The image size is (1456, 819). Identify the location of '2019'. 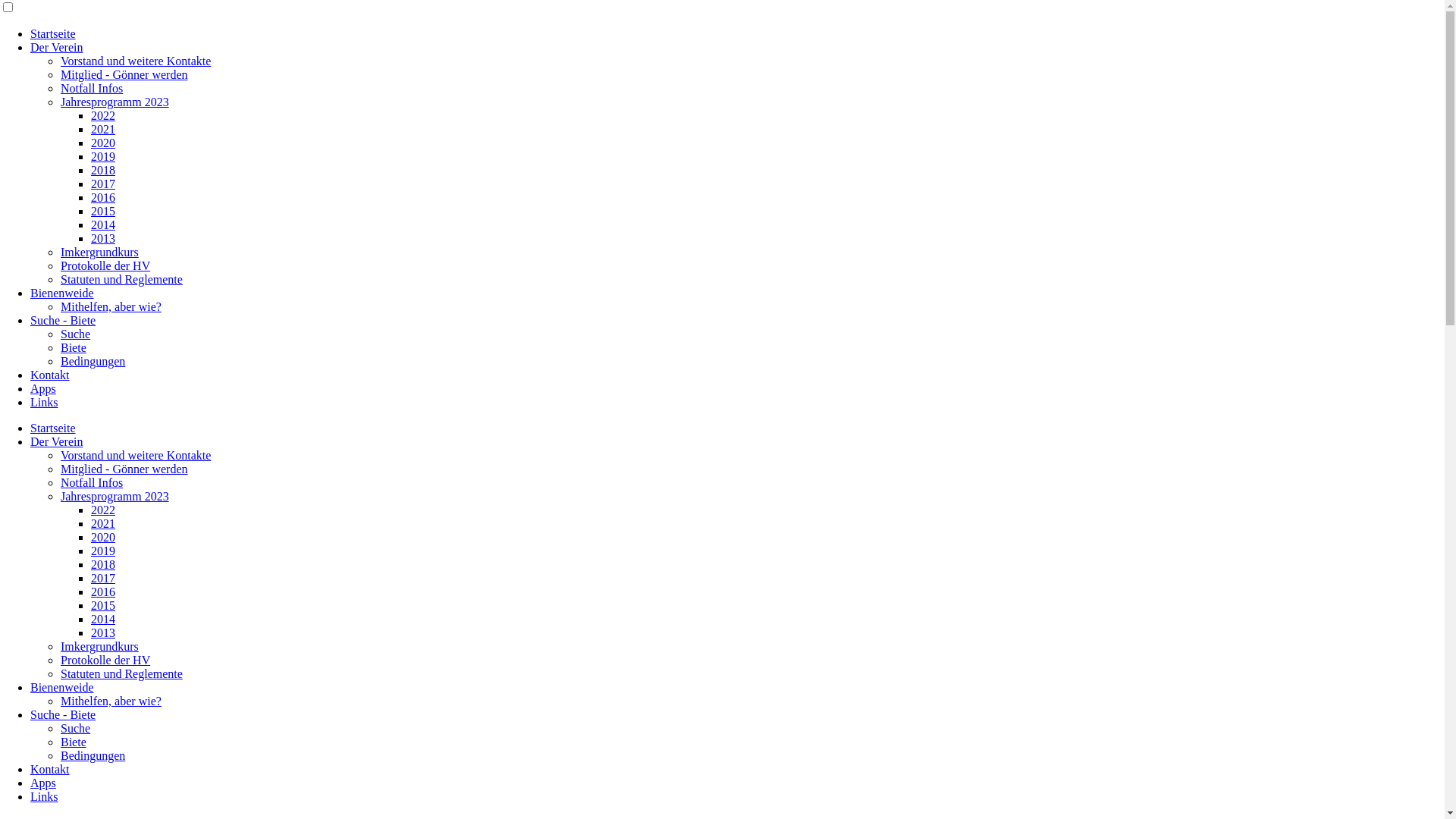
(102, 551).